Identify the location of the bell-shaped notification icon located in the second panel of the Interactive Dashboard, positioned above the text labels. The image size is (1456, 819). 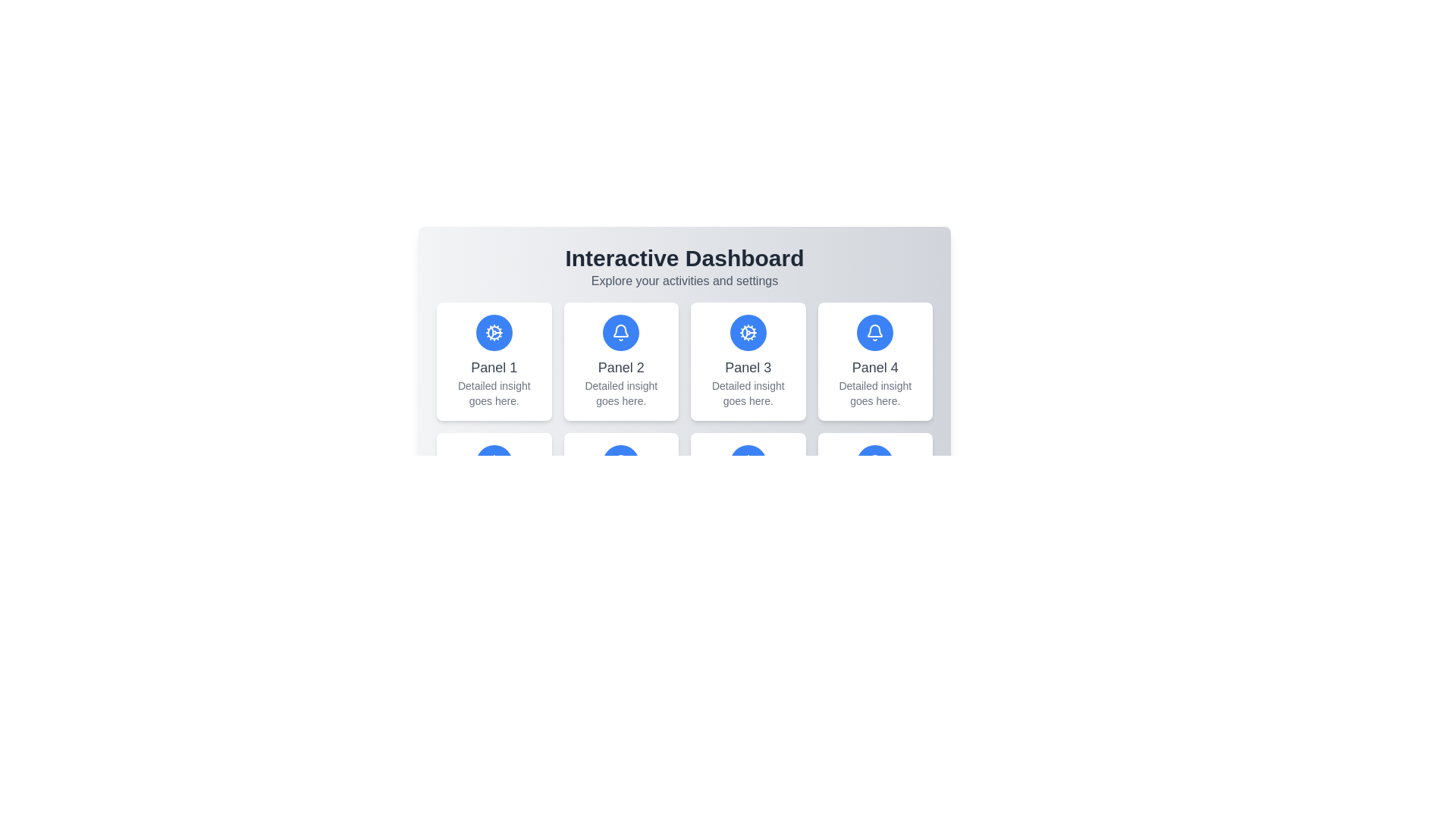
(621, 460).